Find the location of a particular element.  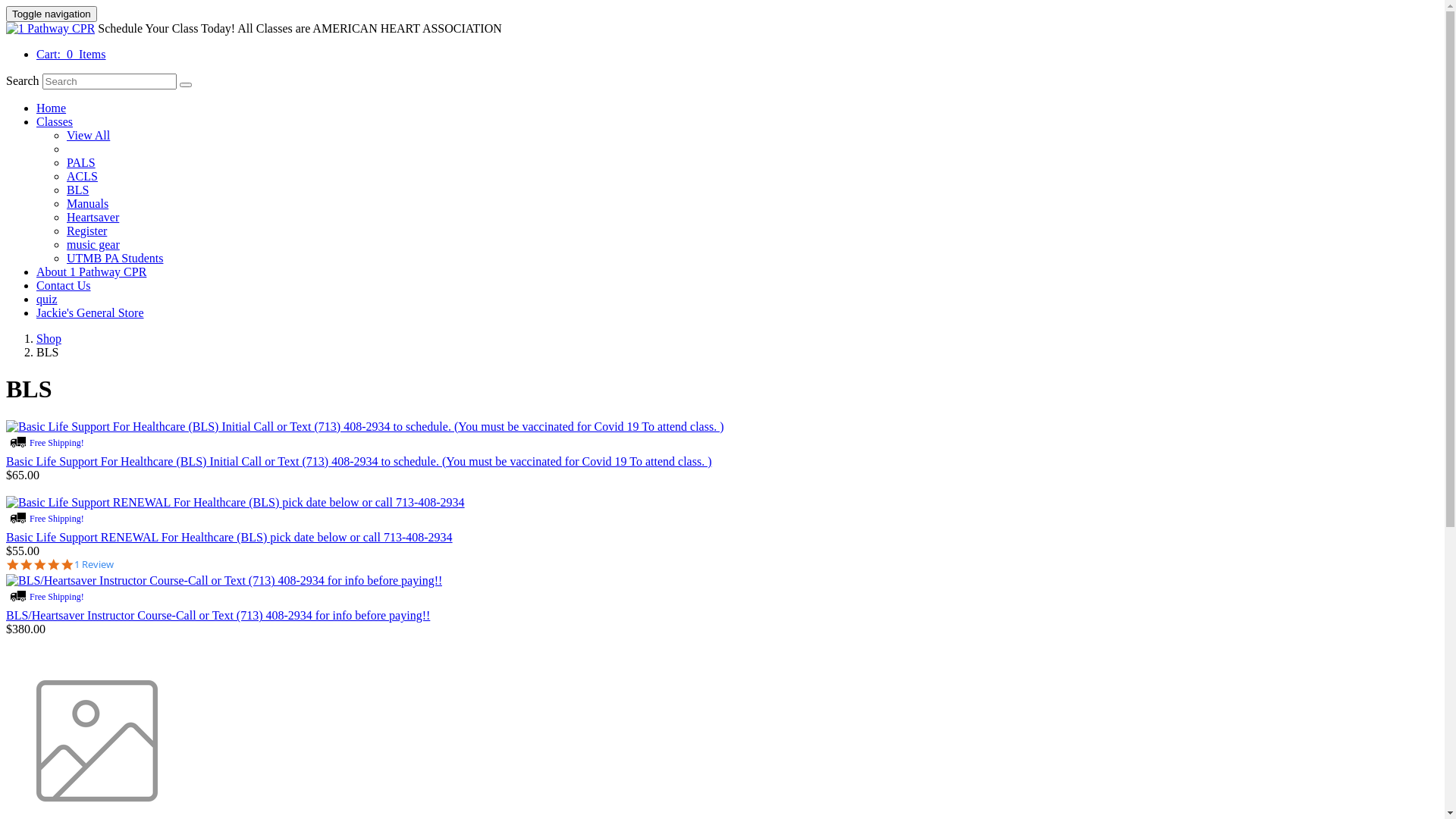

'BLS' is located at coordinates (65, 189).